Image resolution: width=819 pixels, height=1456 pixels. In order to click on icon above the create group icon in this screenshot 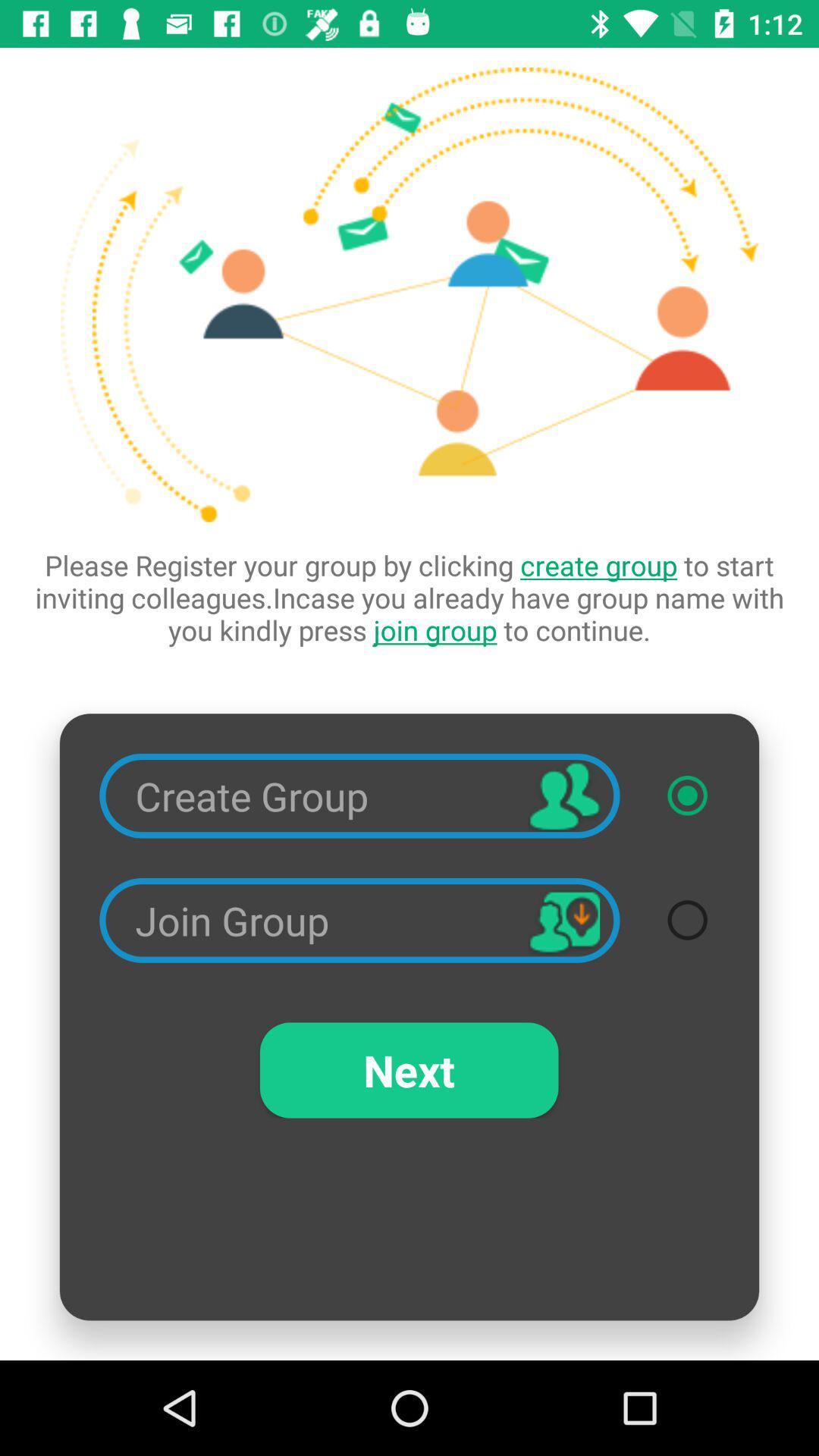, I will do `click(409, 597)`.